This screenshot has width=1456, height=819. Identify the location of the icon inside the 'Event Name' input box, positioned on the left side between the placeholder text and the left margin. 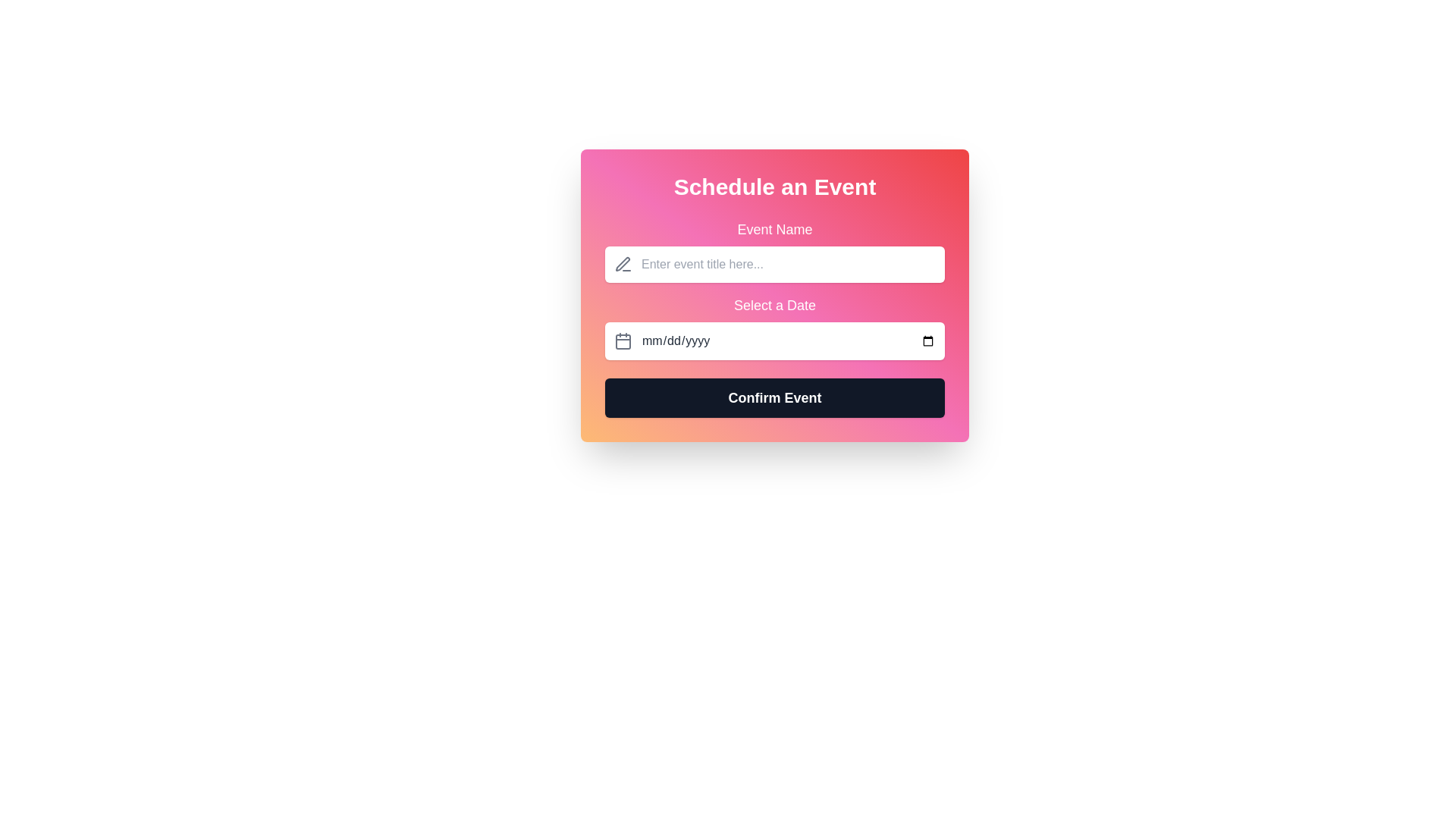
(623, 263).